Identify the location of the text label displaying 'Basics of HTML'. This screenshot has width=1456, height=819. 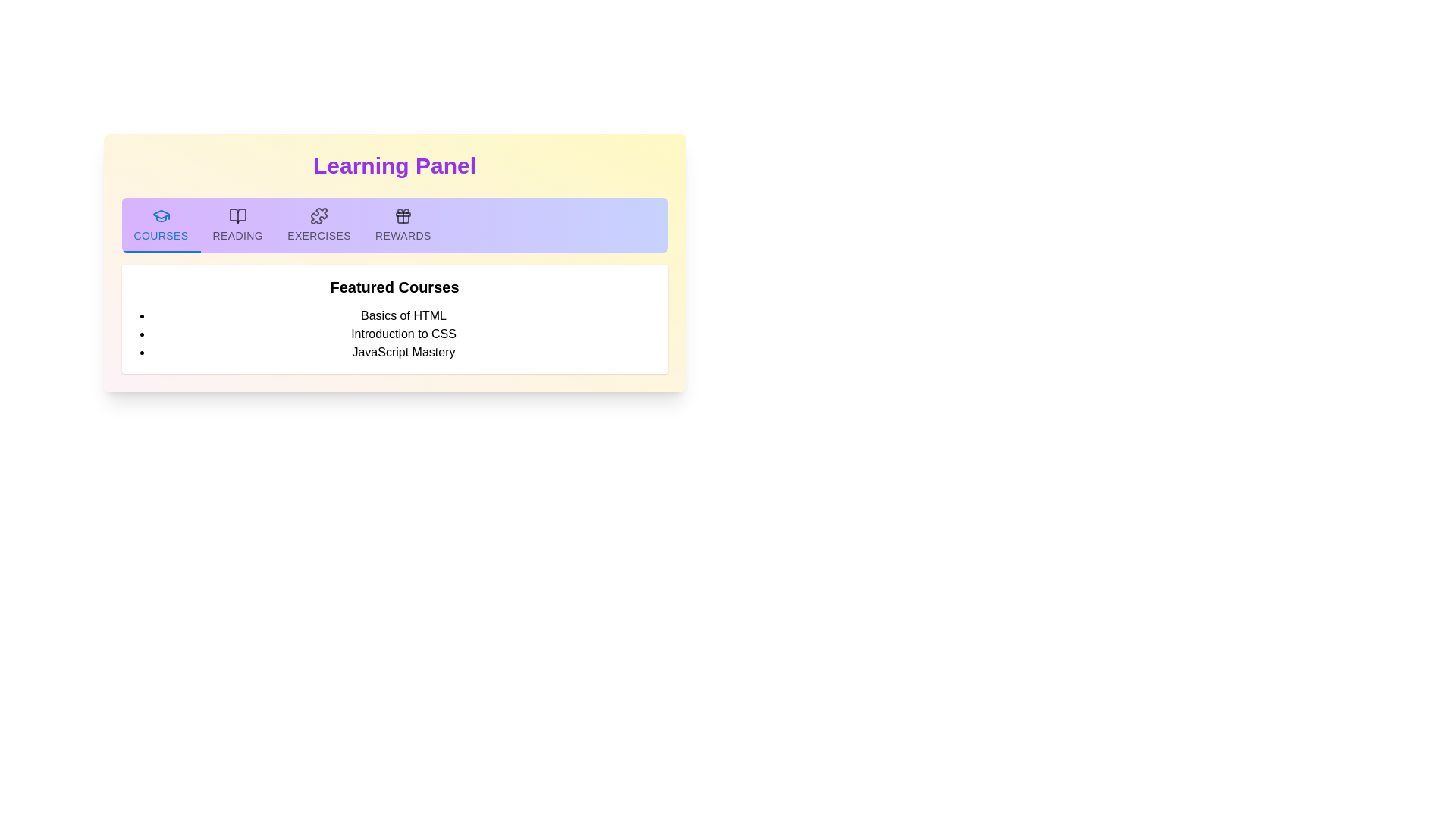
(403, 315).